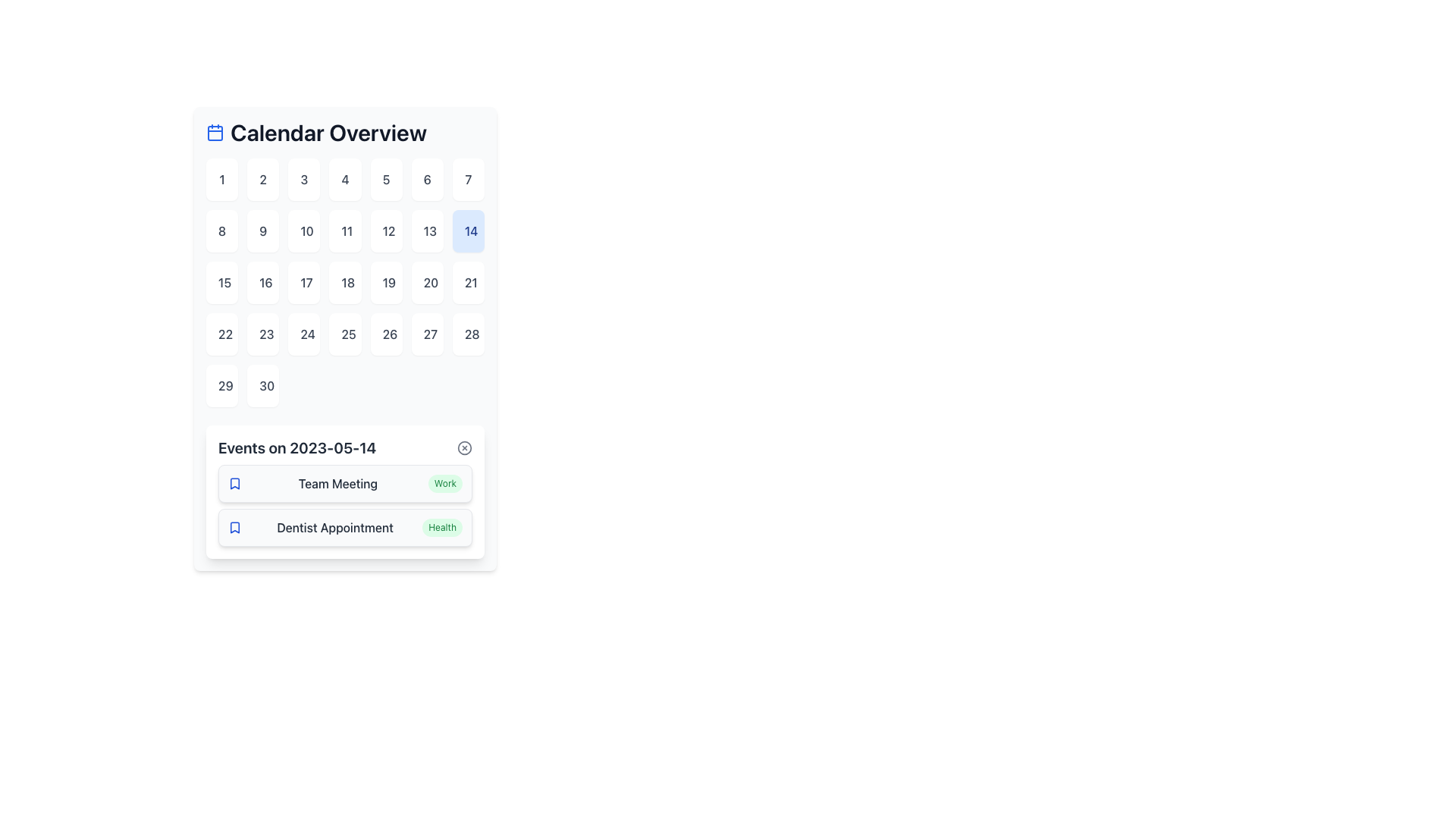  What do you see at coordinates (344, 283) in the screenshot?
I see `the date button representing the date '18'` at bounding box center [344, 283].